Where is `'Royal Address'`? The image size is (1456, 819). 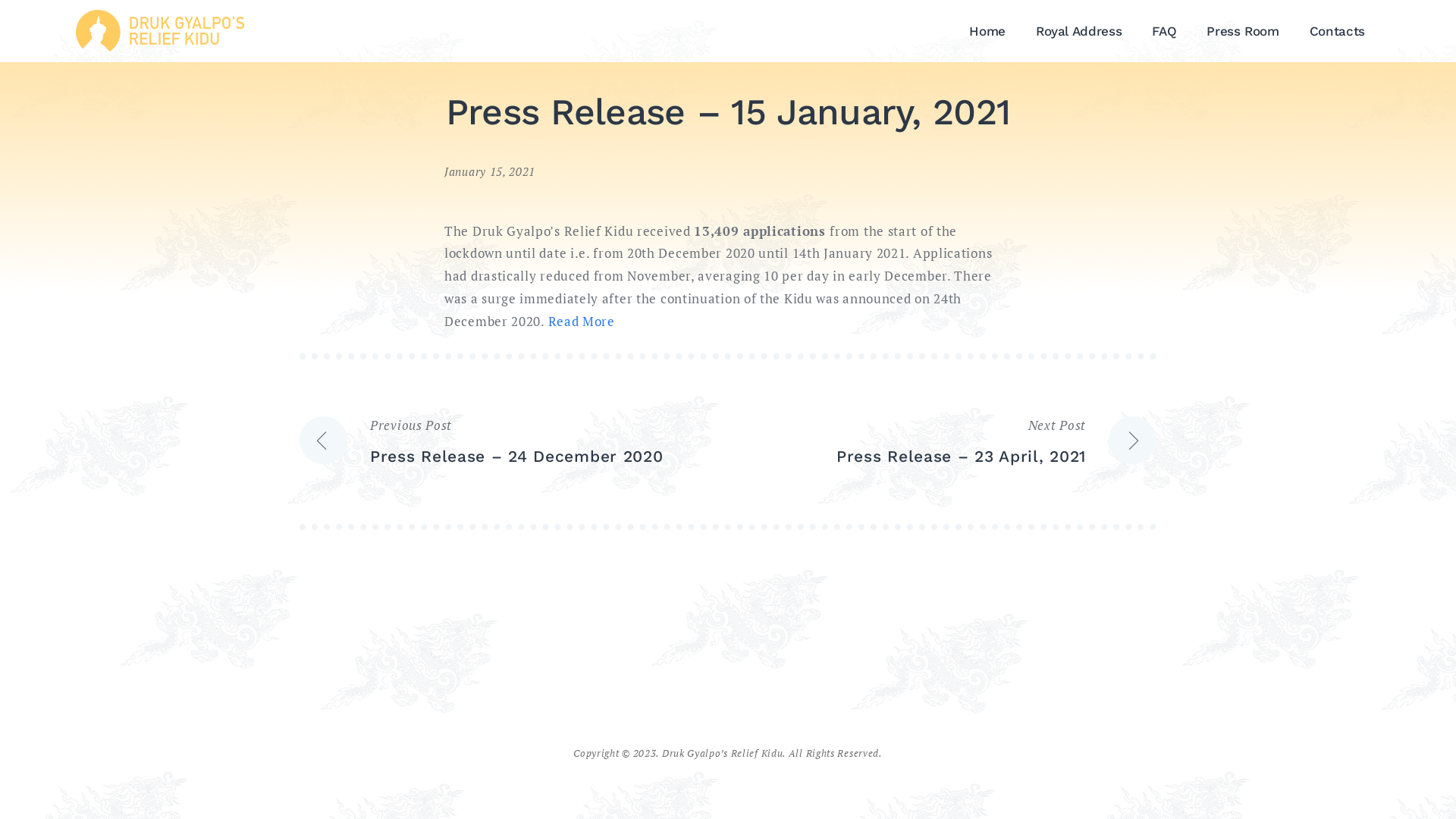
'Royal Address' is located at coordinates (1078, 31).